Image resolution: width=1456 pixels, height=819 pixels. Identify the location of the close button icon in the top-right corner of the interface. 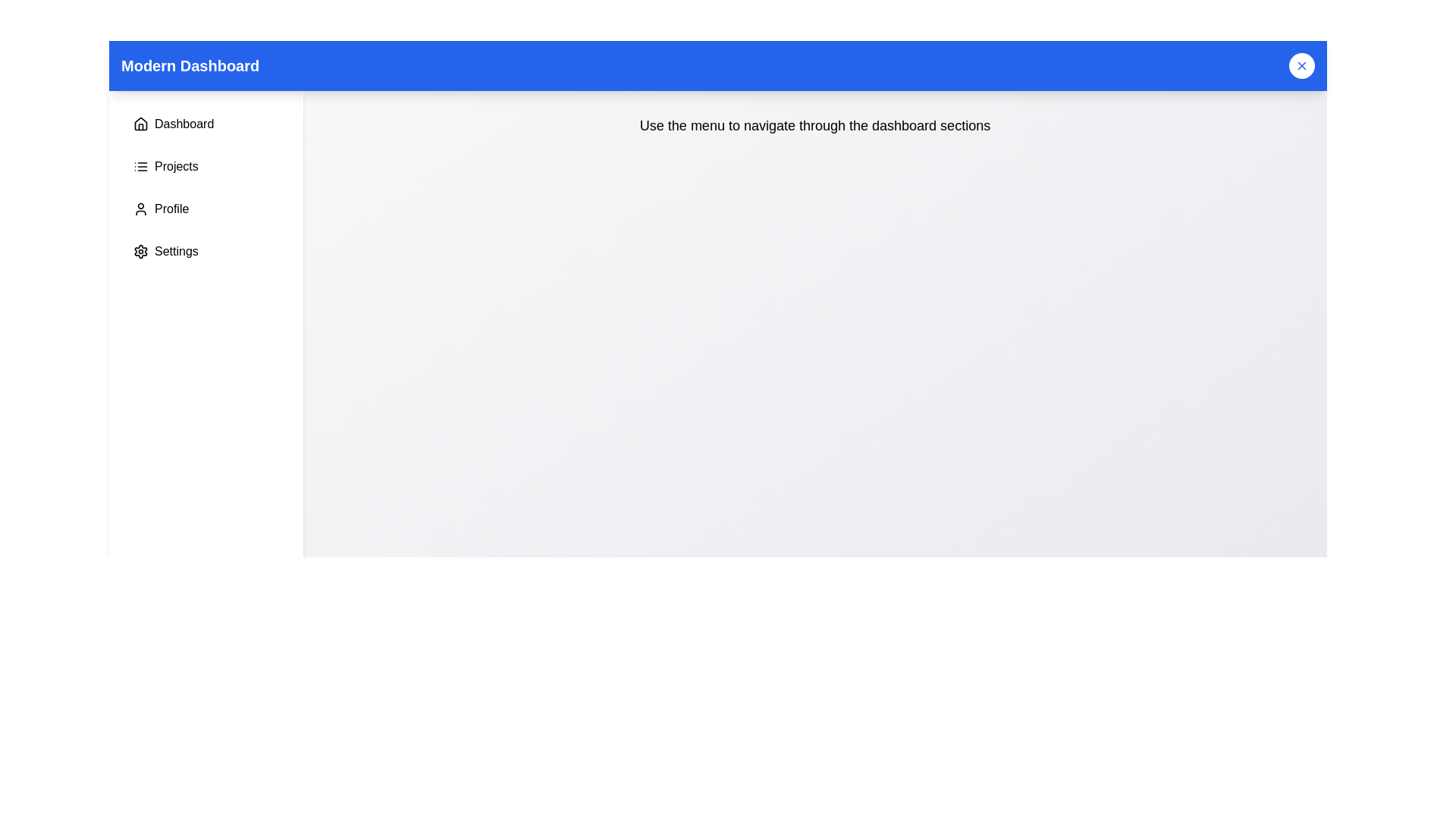
(1301, 65).